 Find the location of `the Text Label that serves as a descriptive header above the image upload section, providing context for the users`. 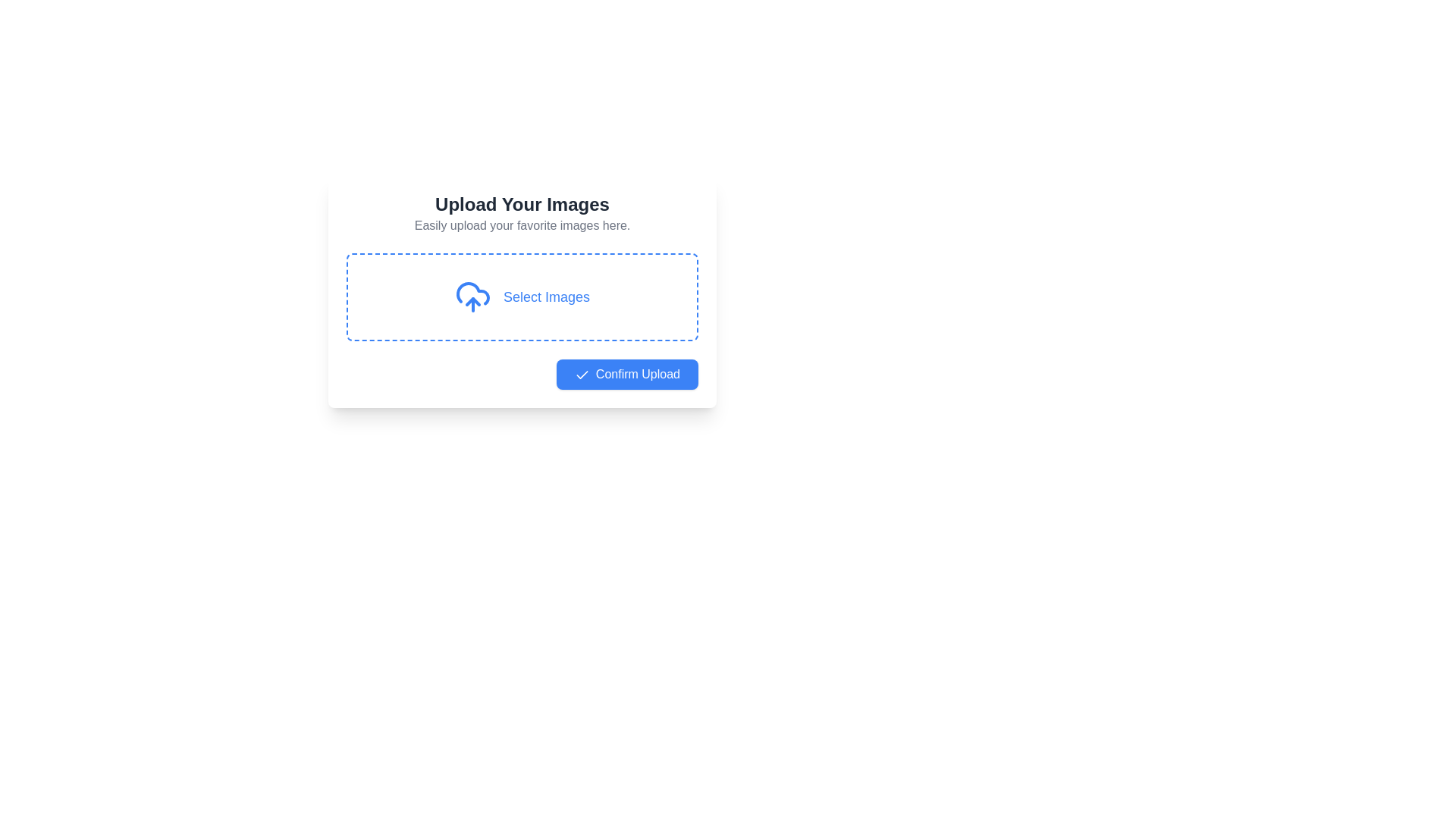

the Text Label that serves as a descriptive header above the image upload section, providing context for the users is located at coordinates (522, 205).